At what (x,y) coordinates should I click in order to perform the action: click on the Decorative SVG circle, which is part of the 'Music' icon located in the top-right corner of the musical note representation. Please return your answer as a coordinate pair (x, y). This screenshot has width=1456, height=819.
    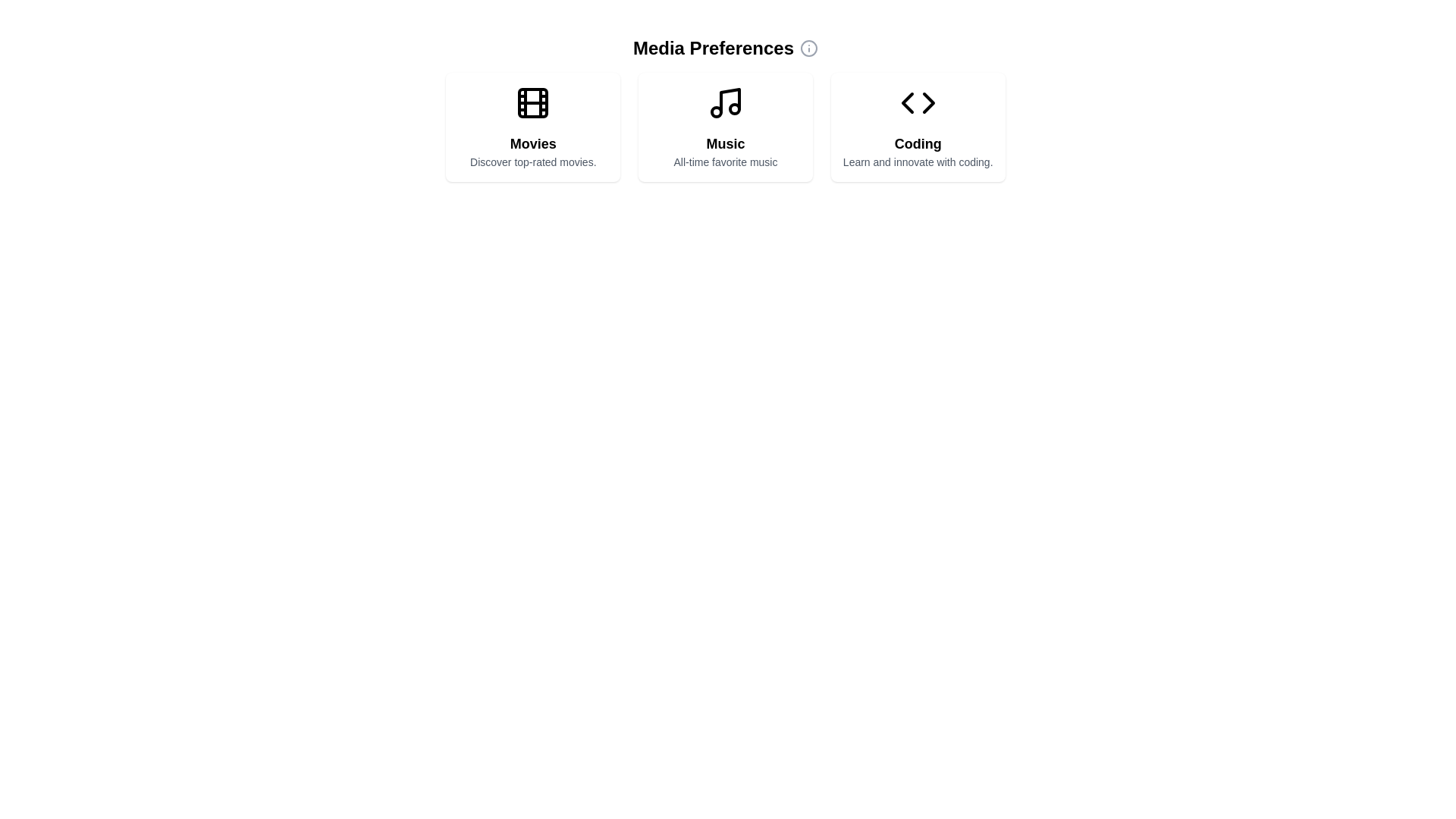
    Looking at the image, I should click on (735, 108).